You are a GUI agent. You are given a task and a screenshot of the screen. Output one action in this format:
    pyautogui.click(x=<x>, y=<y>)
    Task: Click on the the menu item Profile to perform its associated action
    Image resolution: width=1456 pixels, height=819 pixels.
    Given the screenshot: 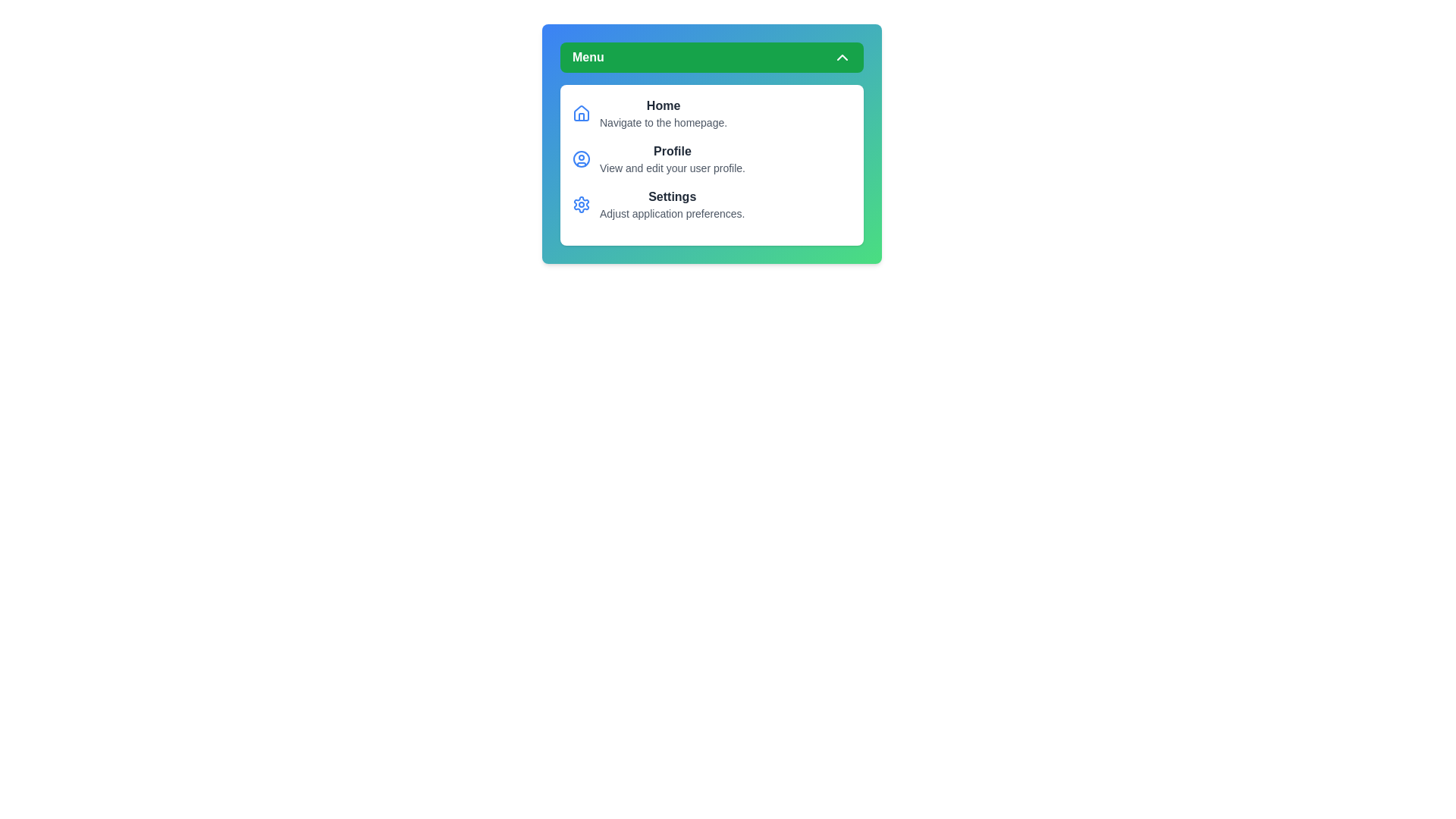 What is the action you would take?
    pyautogui.click(x=672, y=158)
    